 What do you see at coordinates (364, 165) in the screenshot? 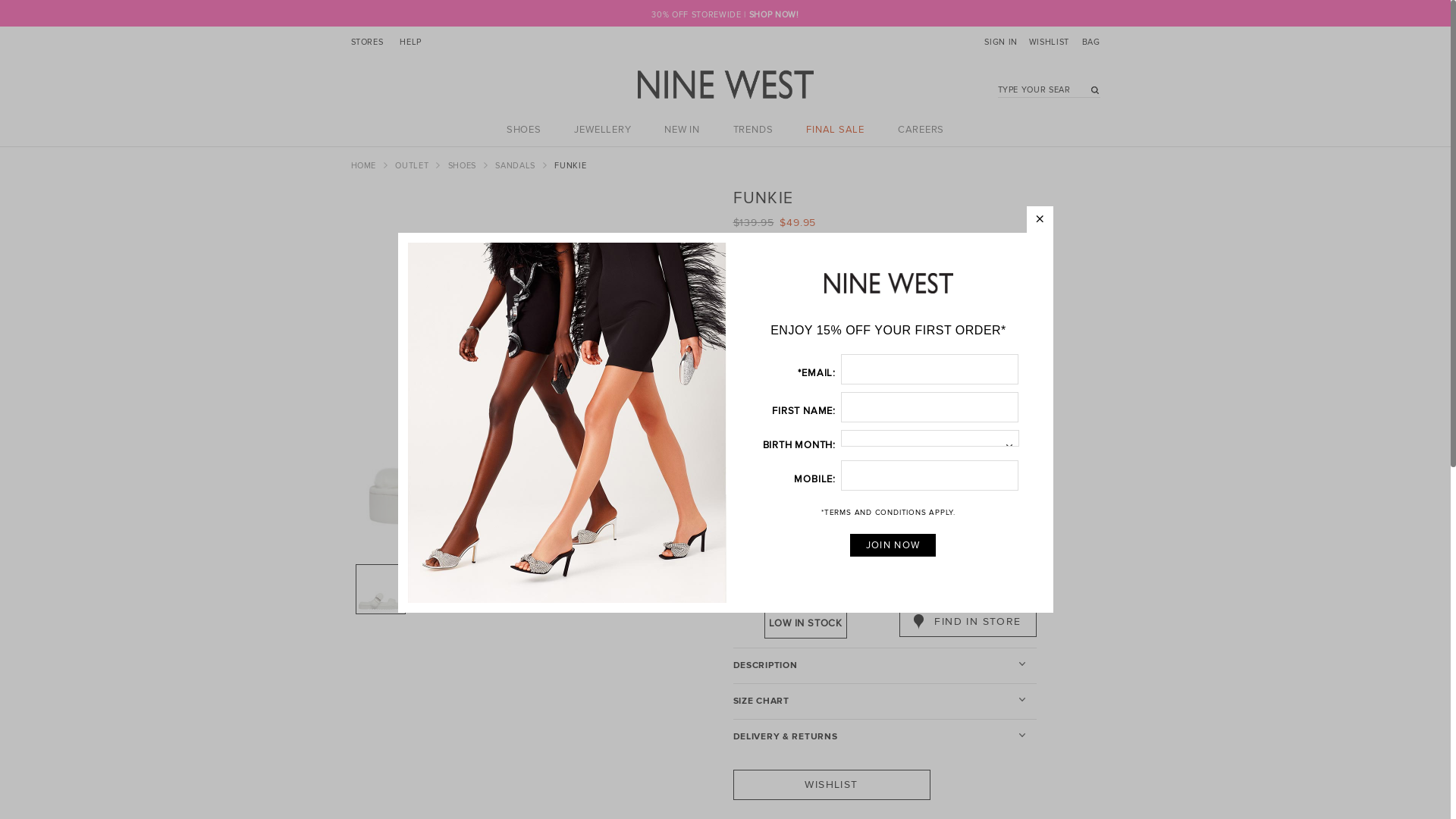
I see `'HOME'` at bounding box center [364, 165].